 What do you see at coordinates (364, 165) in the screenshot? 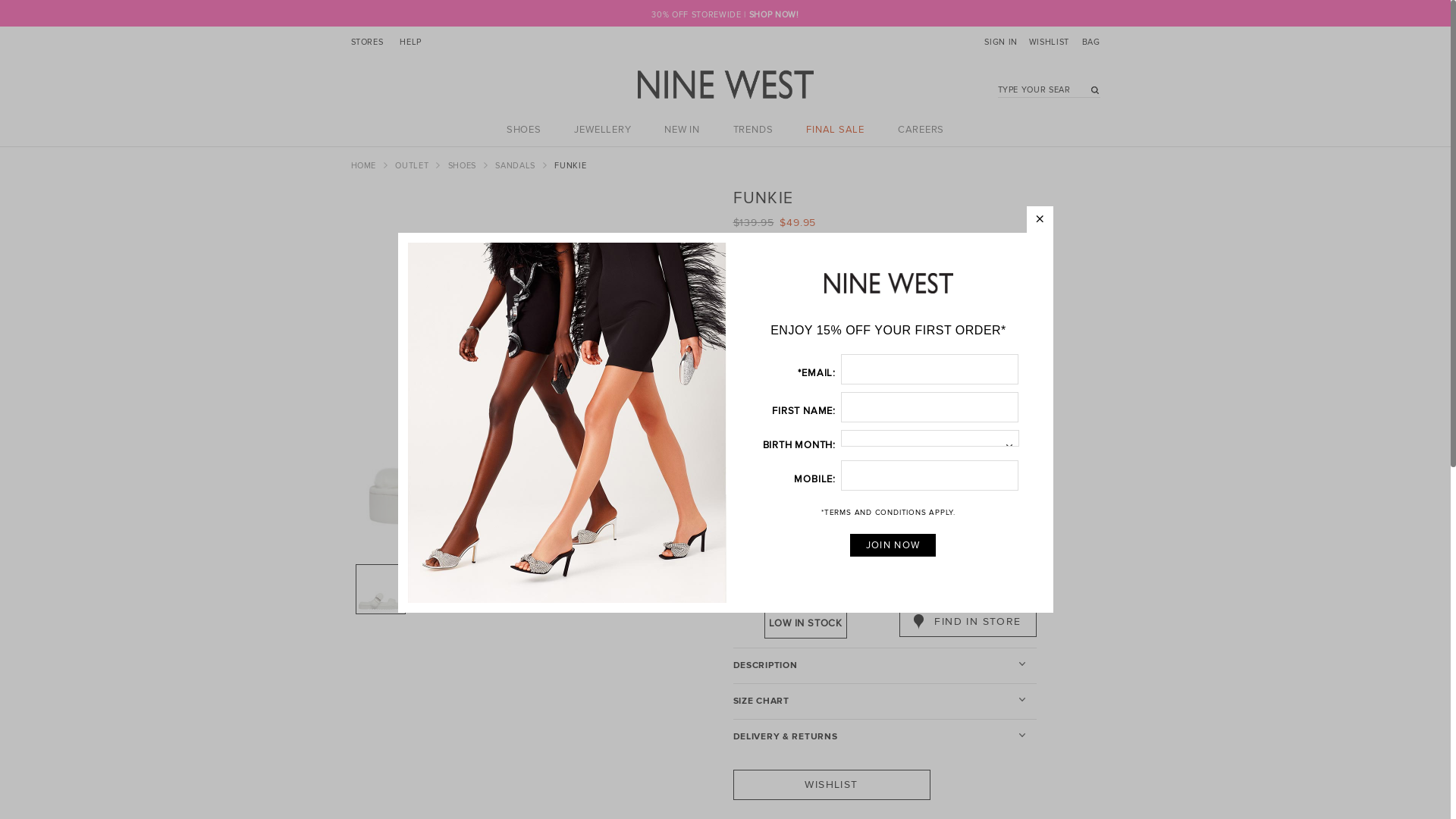
I see `'HOME'` at bounding box center [364, 165].